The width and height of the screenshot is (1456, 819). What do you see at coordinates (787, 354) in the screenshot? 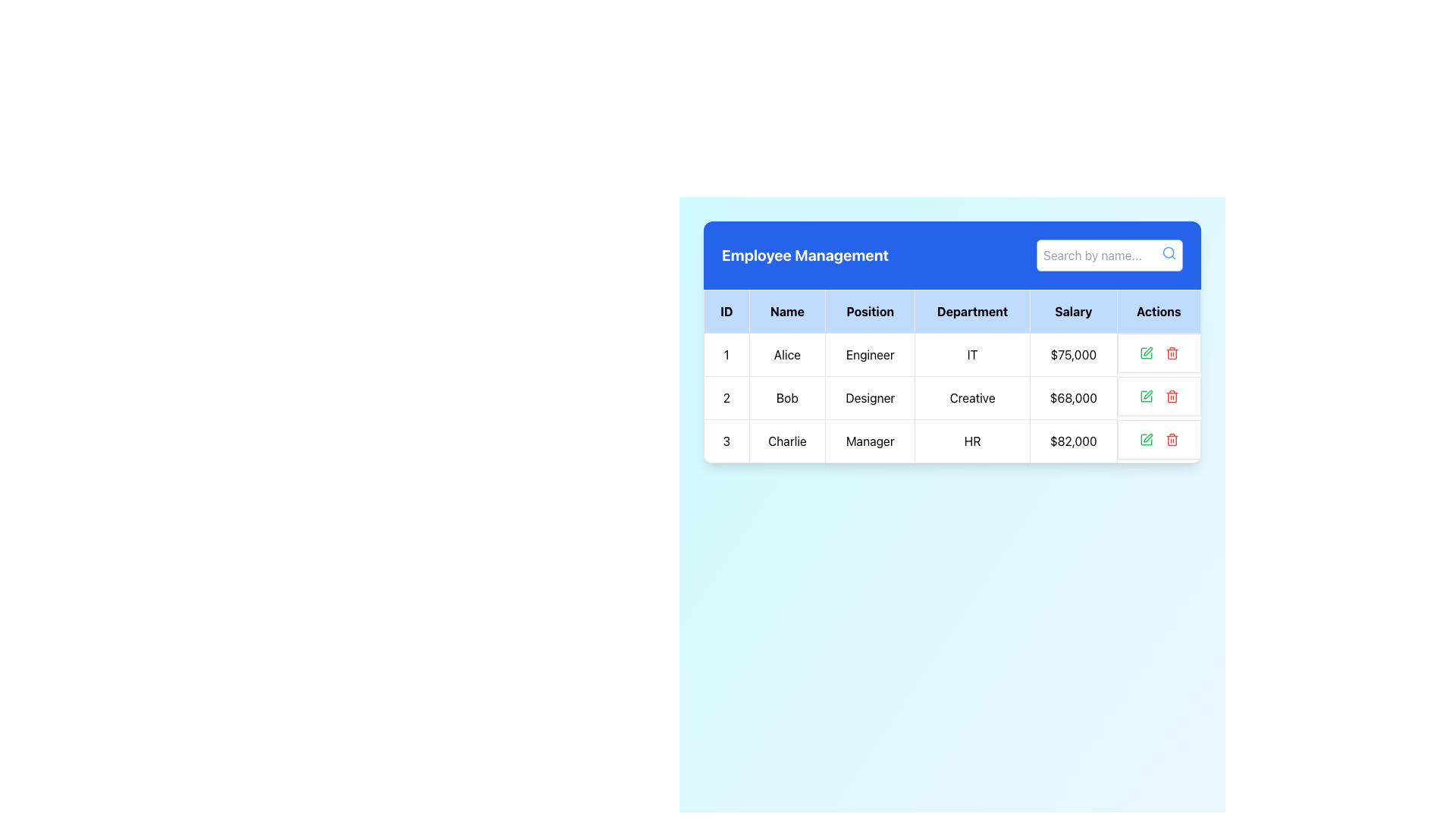
I see `the static text field displaying the name 'Alice' in the Employee Management interface, which is located in the second column of the first row of the table` at bounding box center [787, 354].